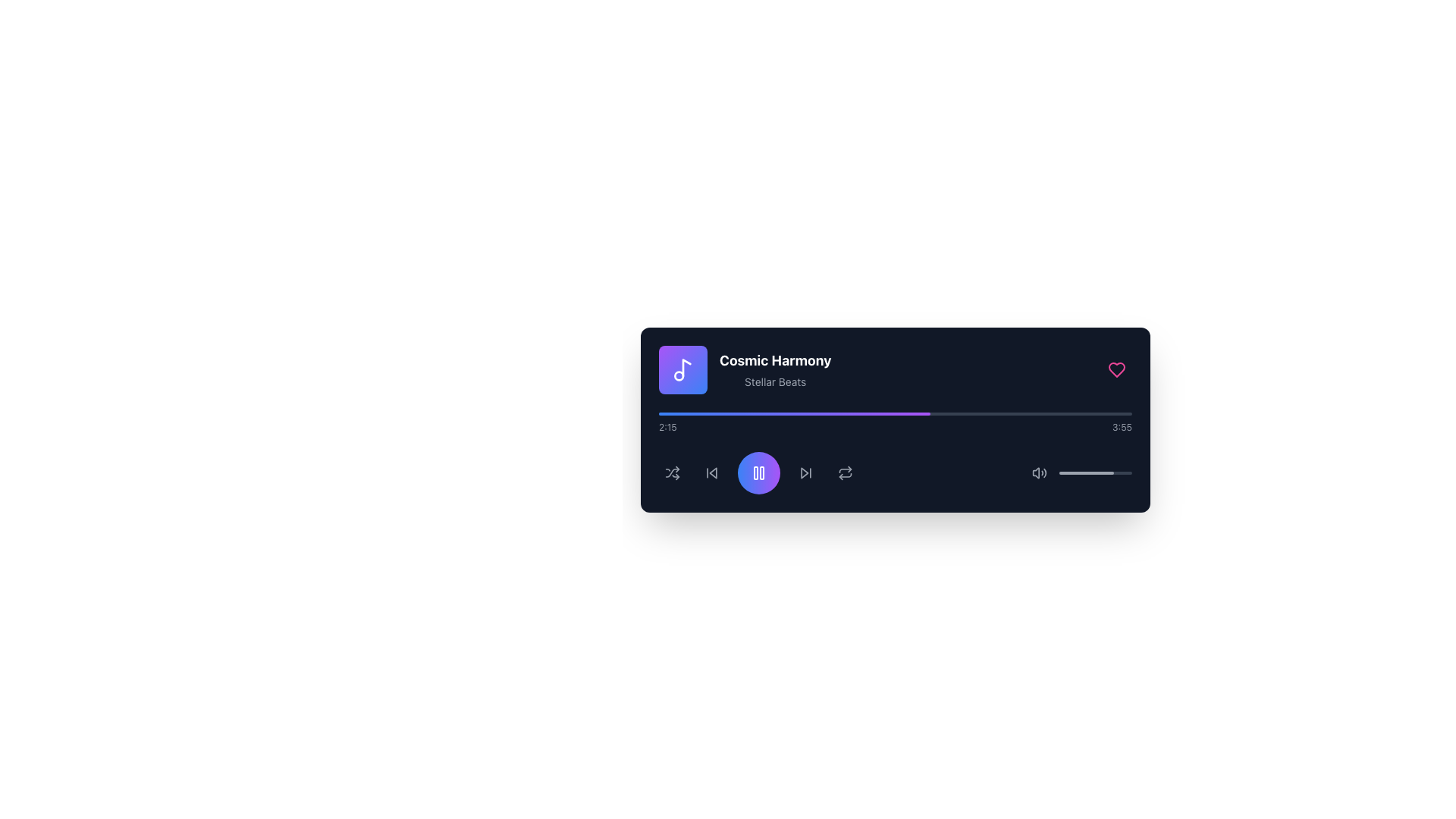 This screenshot has width=1456, height=819. Describe the element at coordinates (682, 414) in the screenshot. I see `the current playback position` at that location.